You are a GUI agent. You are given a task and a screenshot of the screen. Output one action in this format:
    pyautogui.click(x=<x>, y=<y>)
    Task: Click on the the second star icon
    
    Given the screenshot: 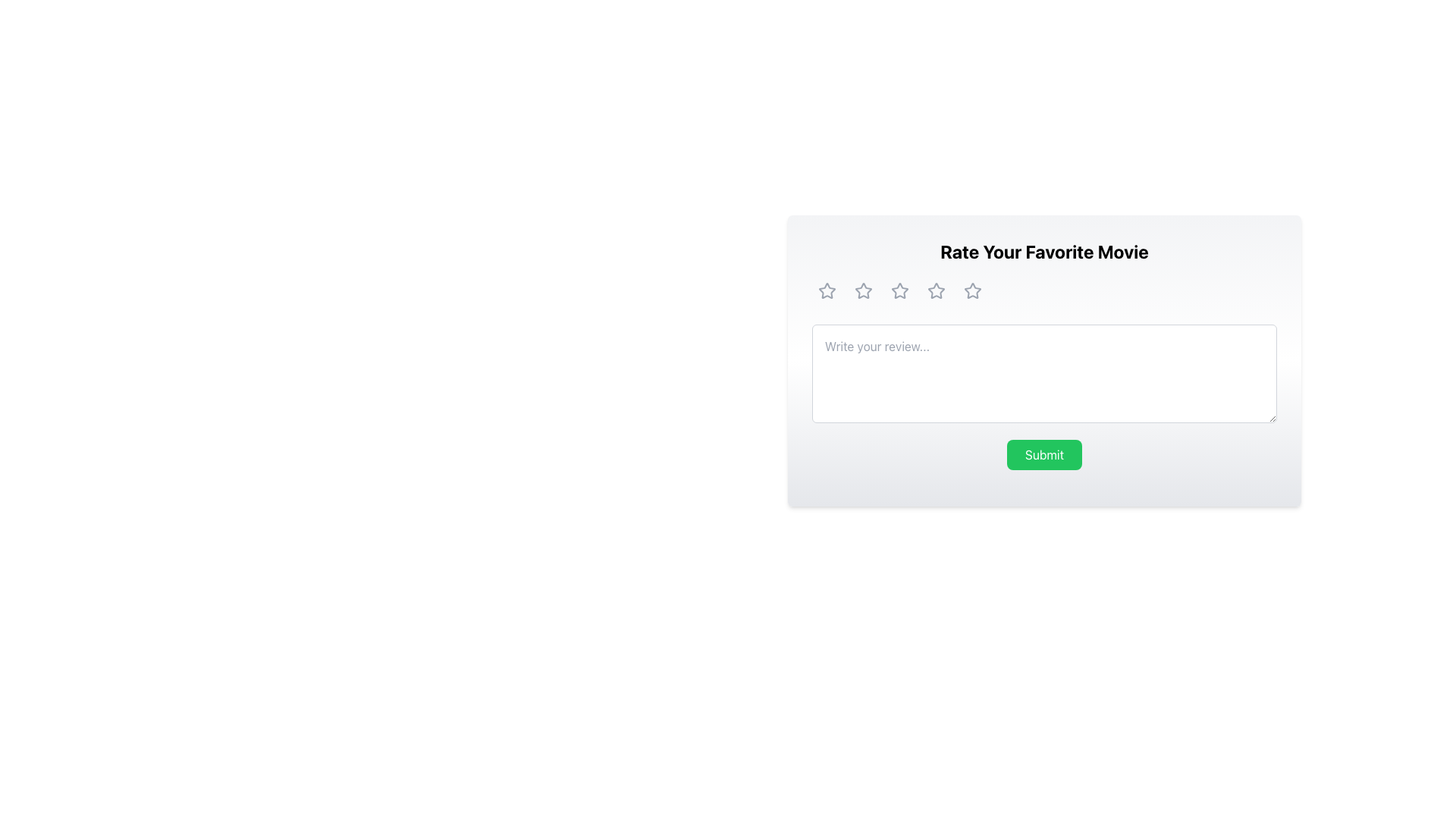 What is the action you would take?
    pyautogui.click(x=899, y=290)
    